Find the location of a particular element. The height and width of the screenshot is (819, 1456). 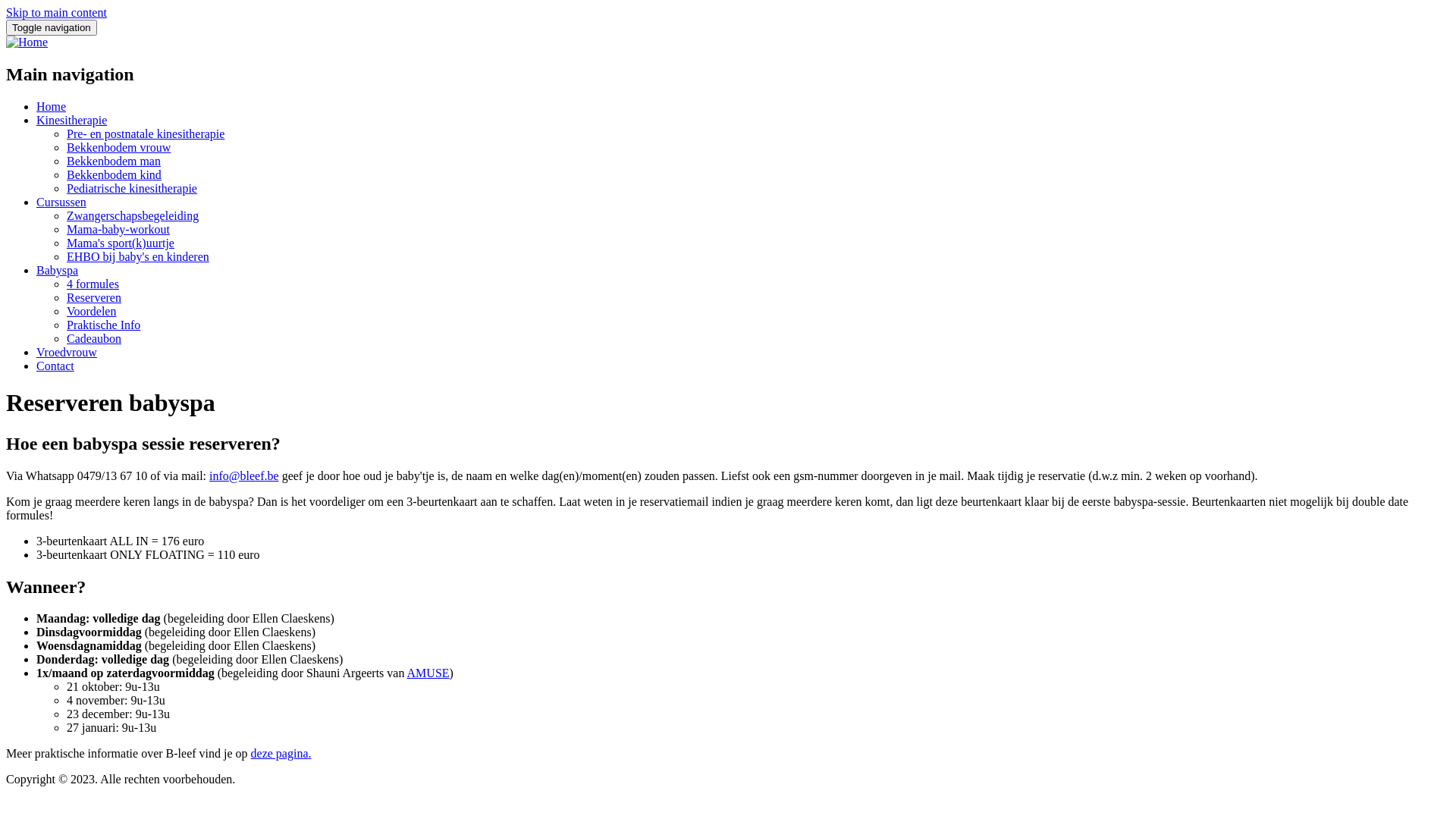

'Cadeaubon' is located at coordinates (93, 337).